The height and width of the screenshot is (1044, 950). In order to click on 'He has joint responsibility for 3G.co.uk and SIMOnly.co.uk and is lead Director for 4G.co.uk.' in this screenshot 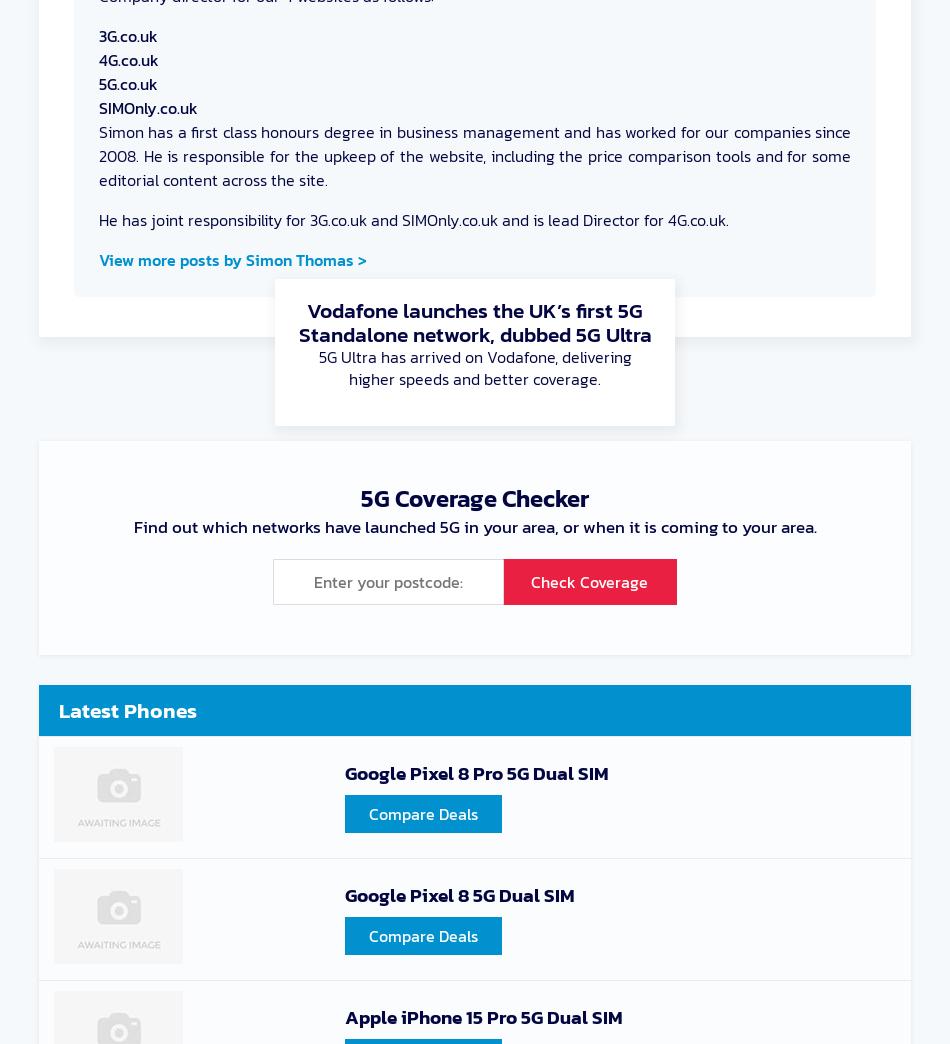, I will do `click(98, 219)`.